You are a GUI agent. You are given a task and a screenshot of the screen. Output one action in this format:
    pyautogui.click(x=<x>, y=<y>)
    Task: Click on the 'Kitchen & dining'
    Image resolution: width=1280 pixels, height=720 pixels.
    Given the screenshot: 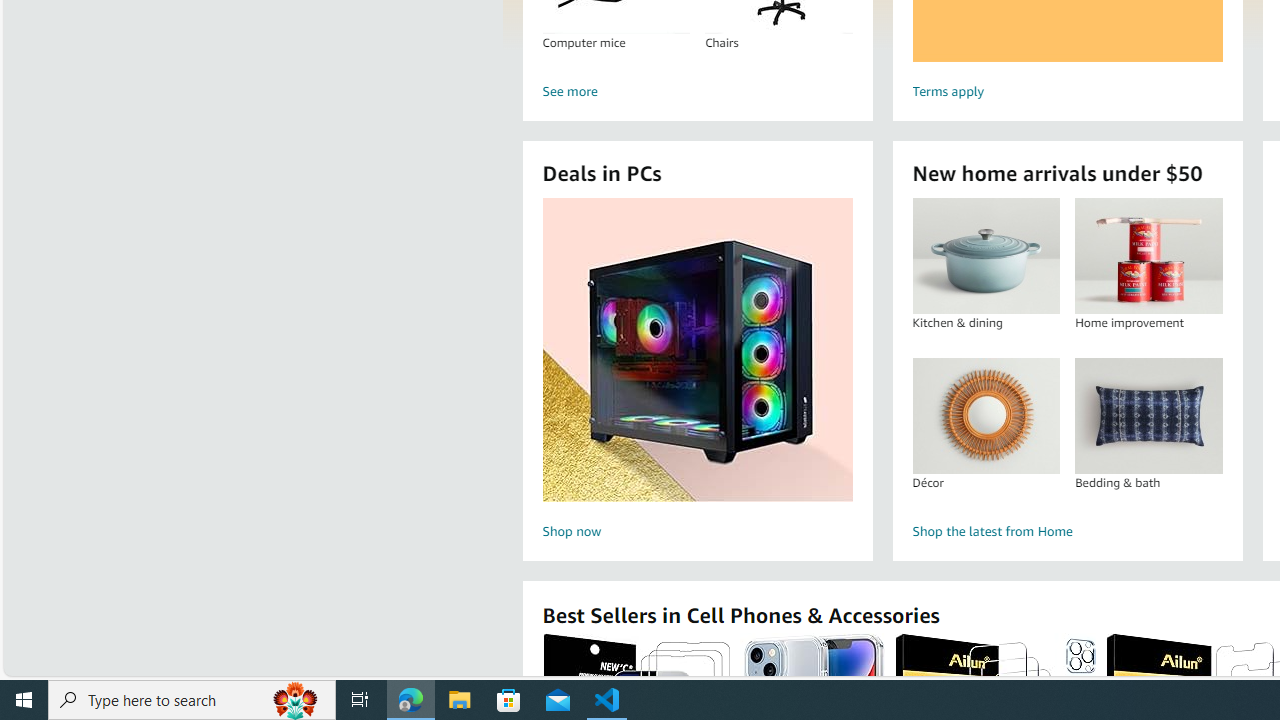 What is the action you would take?
    pyautogui.click(x=986, y=255)
    